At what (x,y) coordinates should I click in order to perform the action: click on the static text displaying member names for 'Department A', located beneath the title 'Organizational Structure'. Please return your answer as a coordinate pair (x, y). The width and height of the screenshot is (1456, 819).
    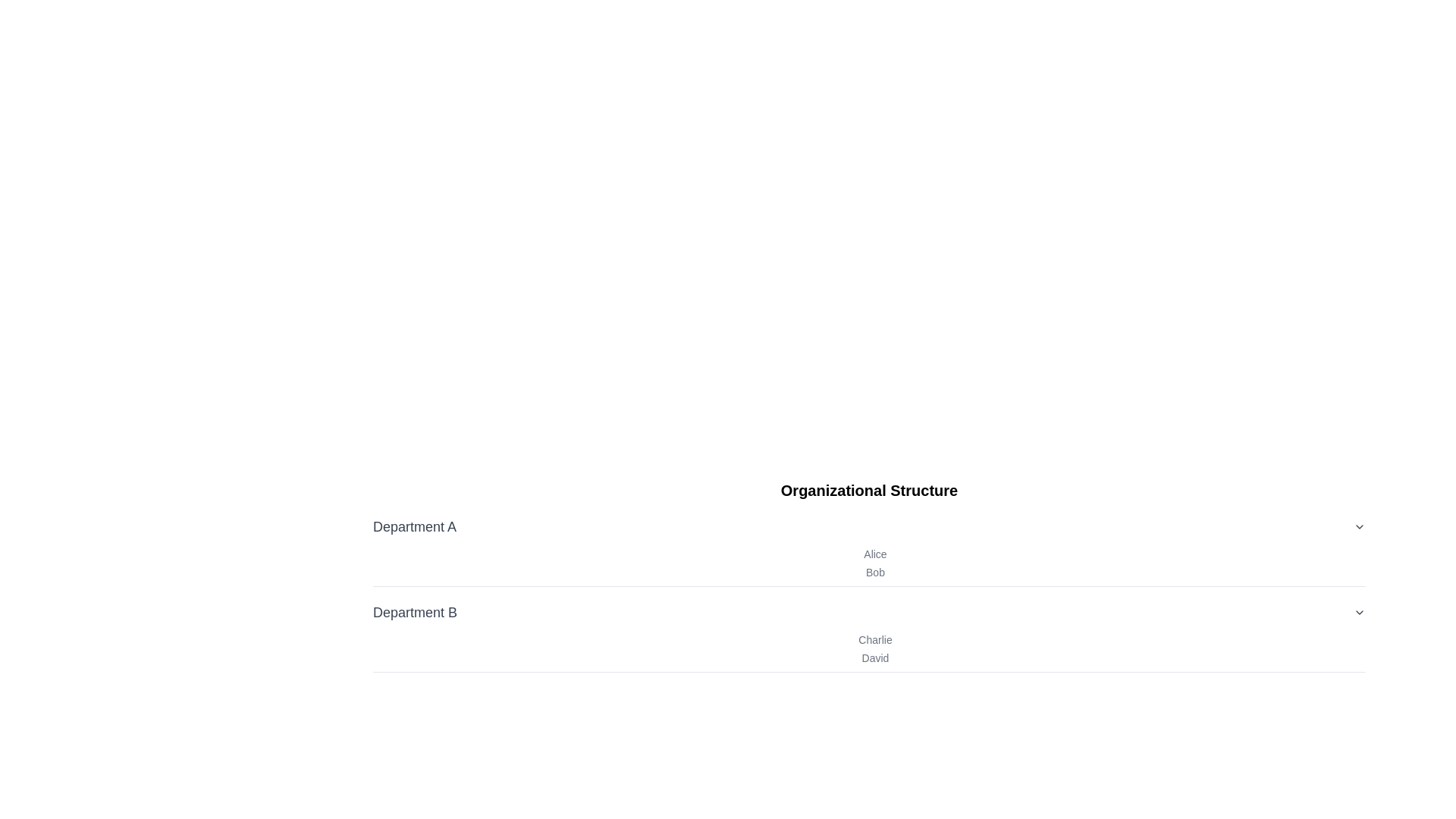
    Looking at the image, I should click on (875, 563).